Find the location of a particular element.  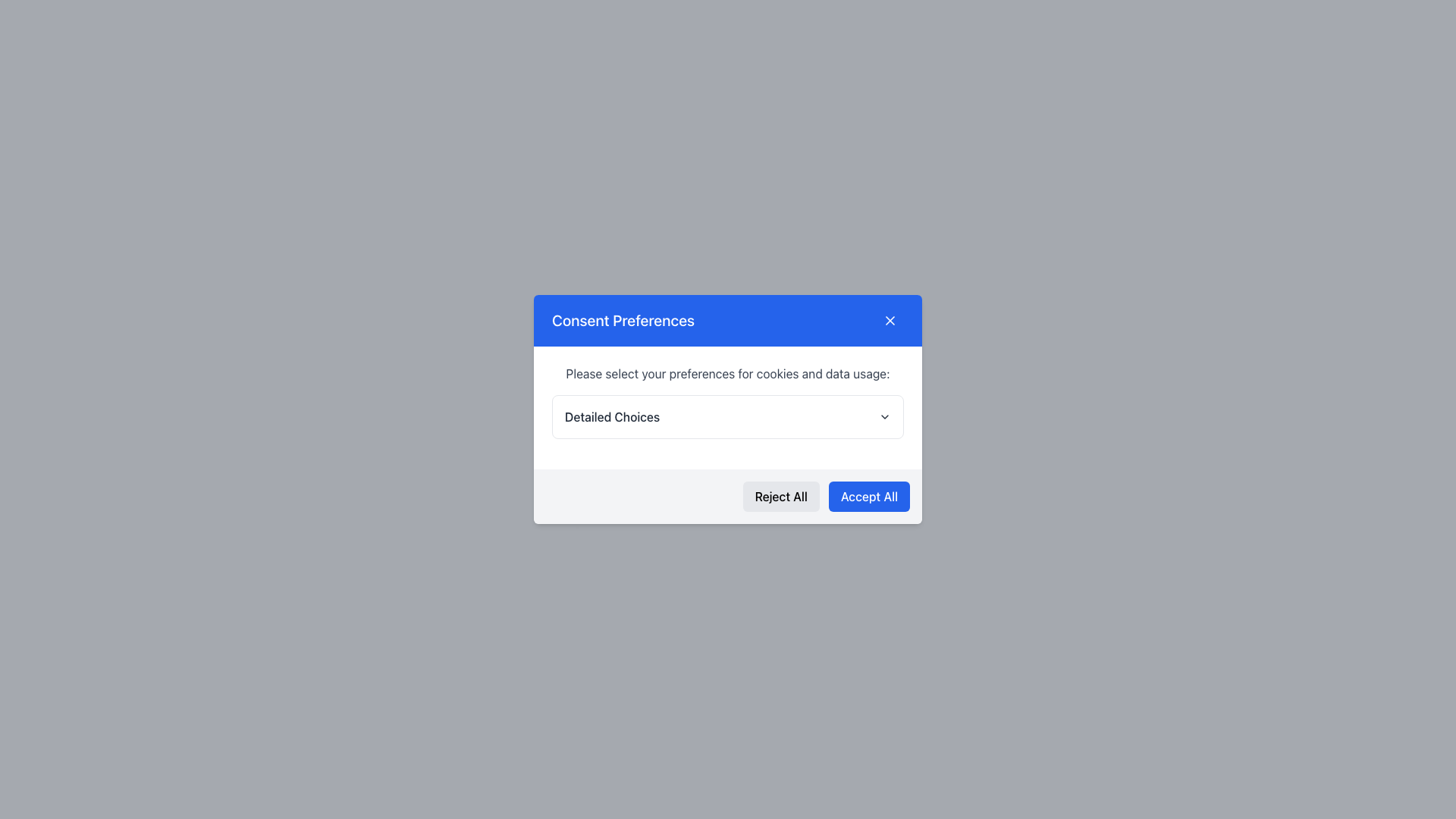

the modal dialog box is located at coordinates (728, 409).